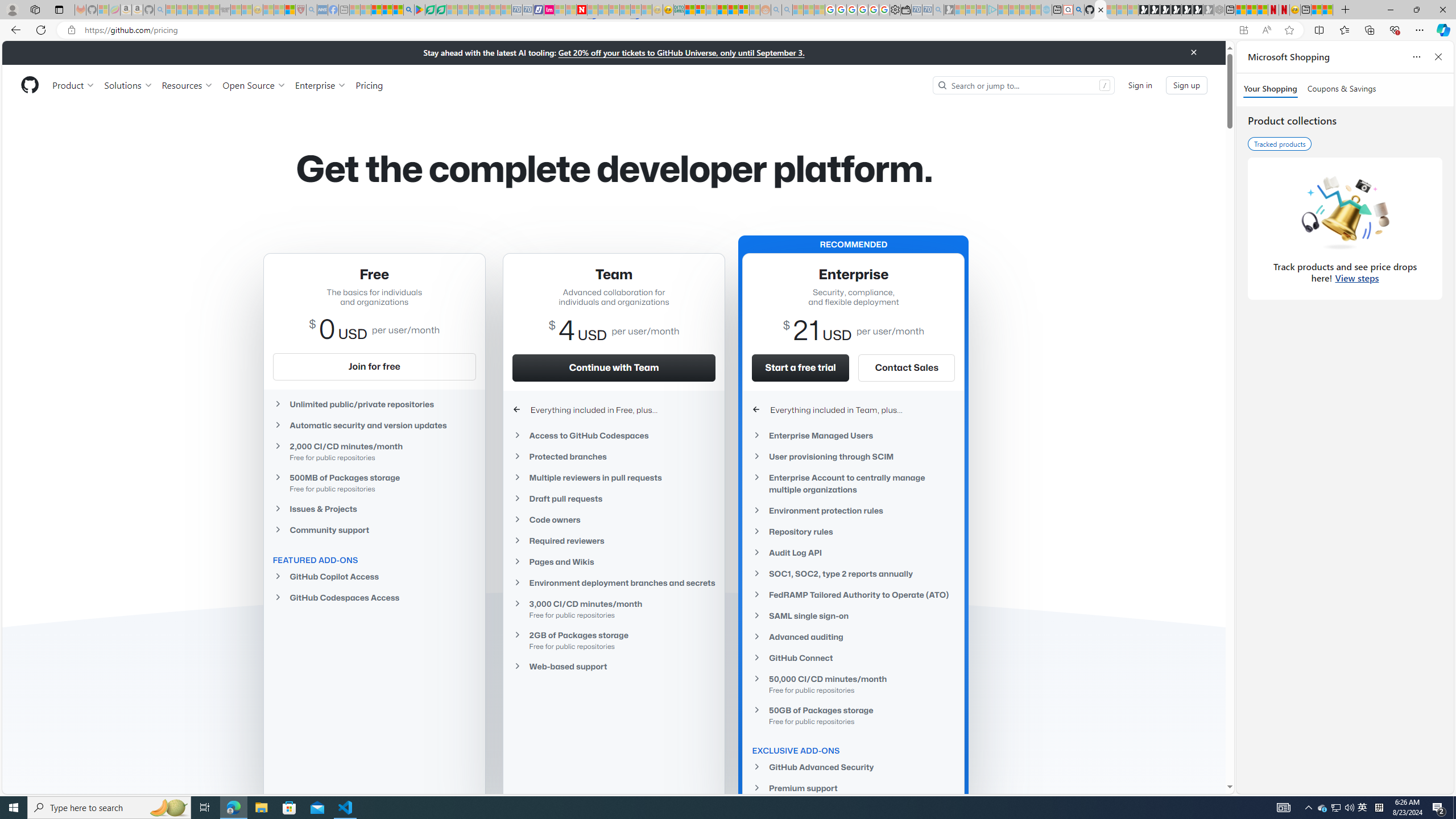 Image resolution: width=1456 pixels, height=819 pixels. I want to click on 'Unlimited public/private repositories', so click(373, 403).